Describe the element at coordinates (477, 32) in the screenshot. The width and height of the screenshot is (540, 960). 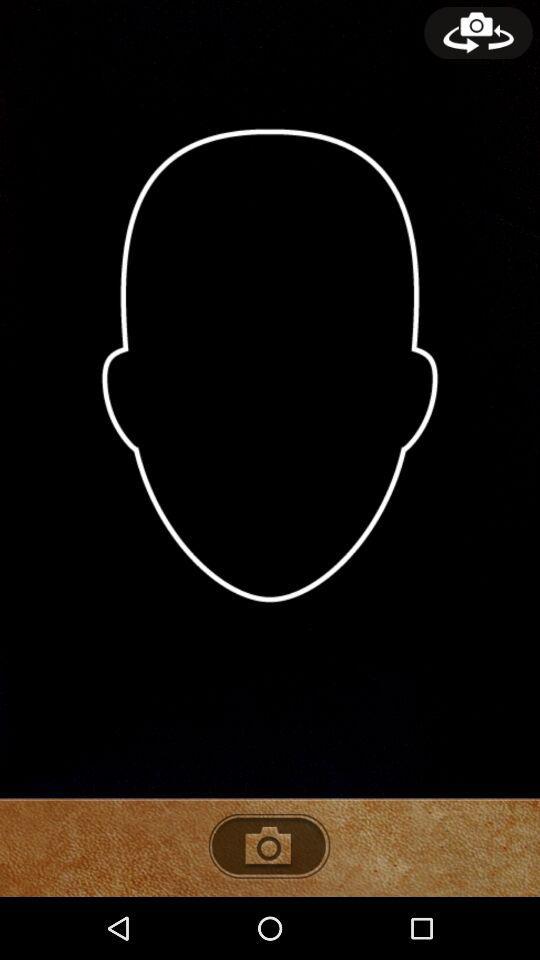
I see `switch camera` at that location.